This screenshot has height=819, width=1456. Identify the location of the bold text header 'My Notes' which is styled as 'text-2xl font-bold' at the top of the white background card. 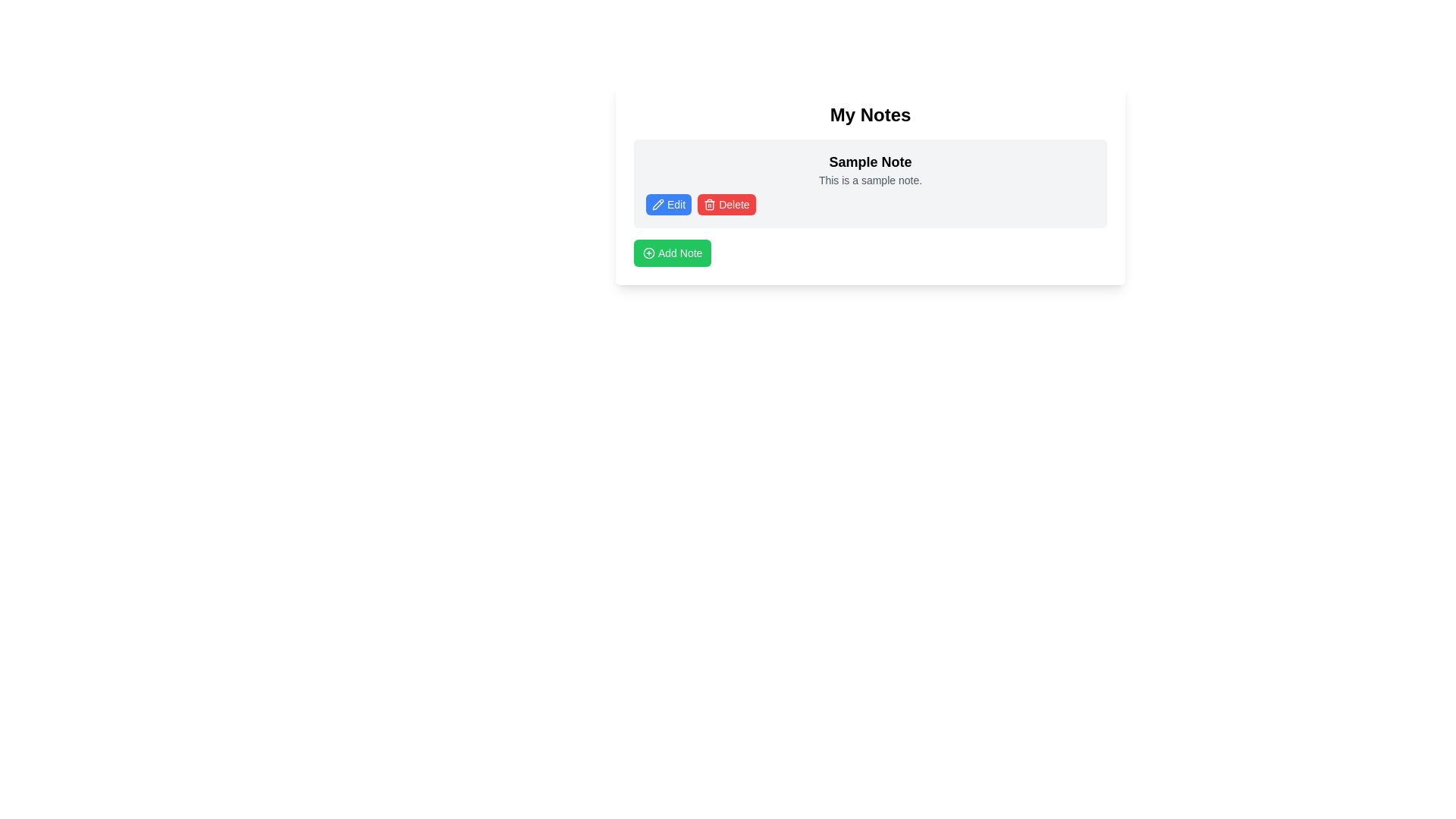
(870, 114).